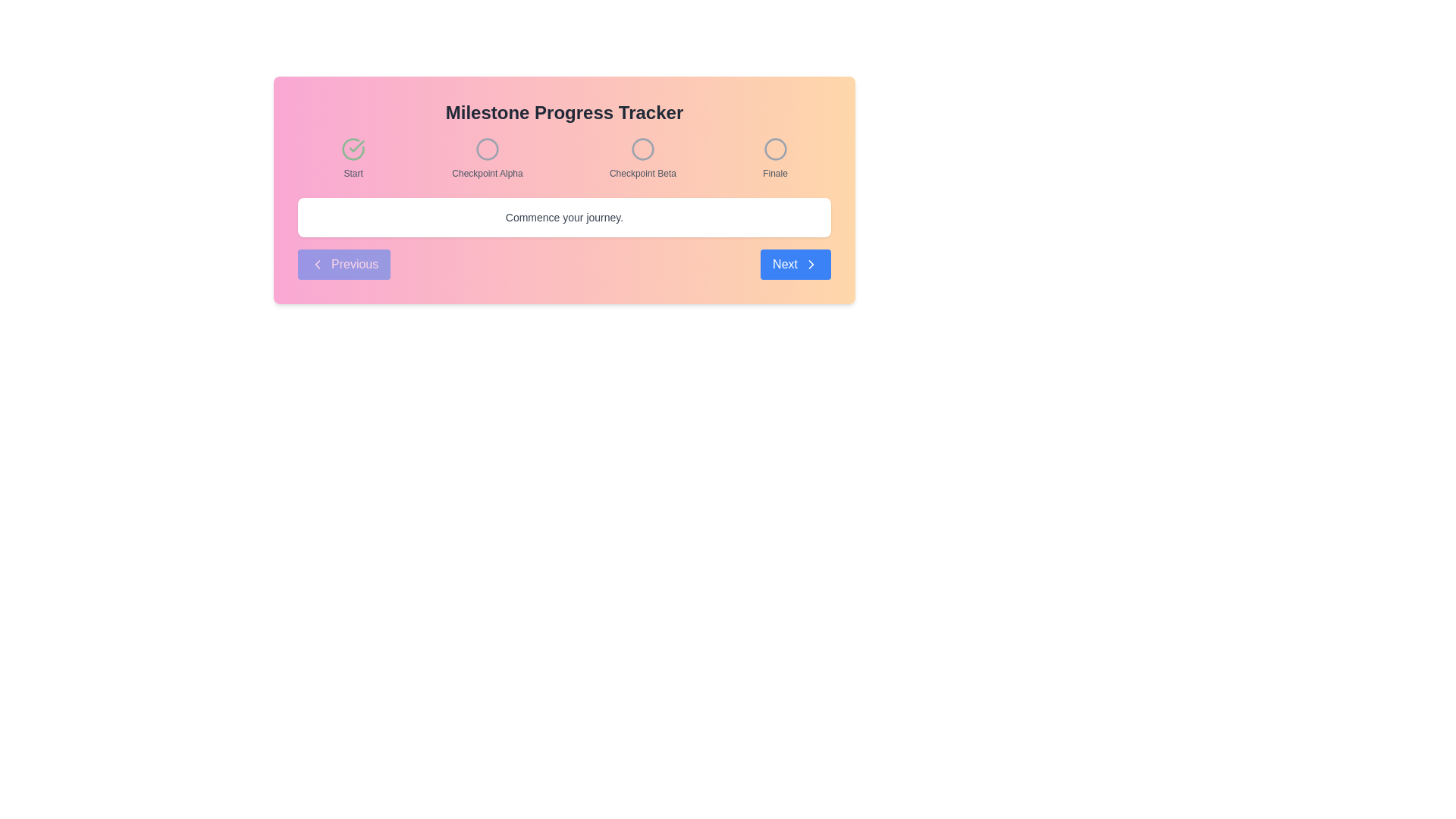  I want to click on the fourth Circular Progress Milestone labeled 'Finale' in the progress tracker interface, which is styled as a hollow circle with a gray stroke, so click(775, 149).